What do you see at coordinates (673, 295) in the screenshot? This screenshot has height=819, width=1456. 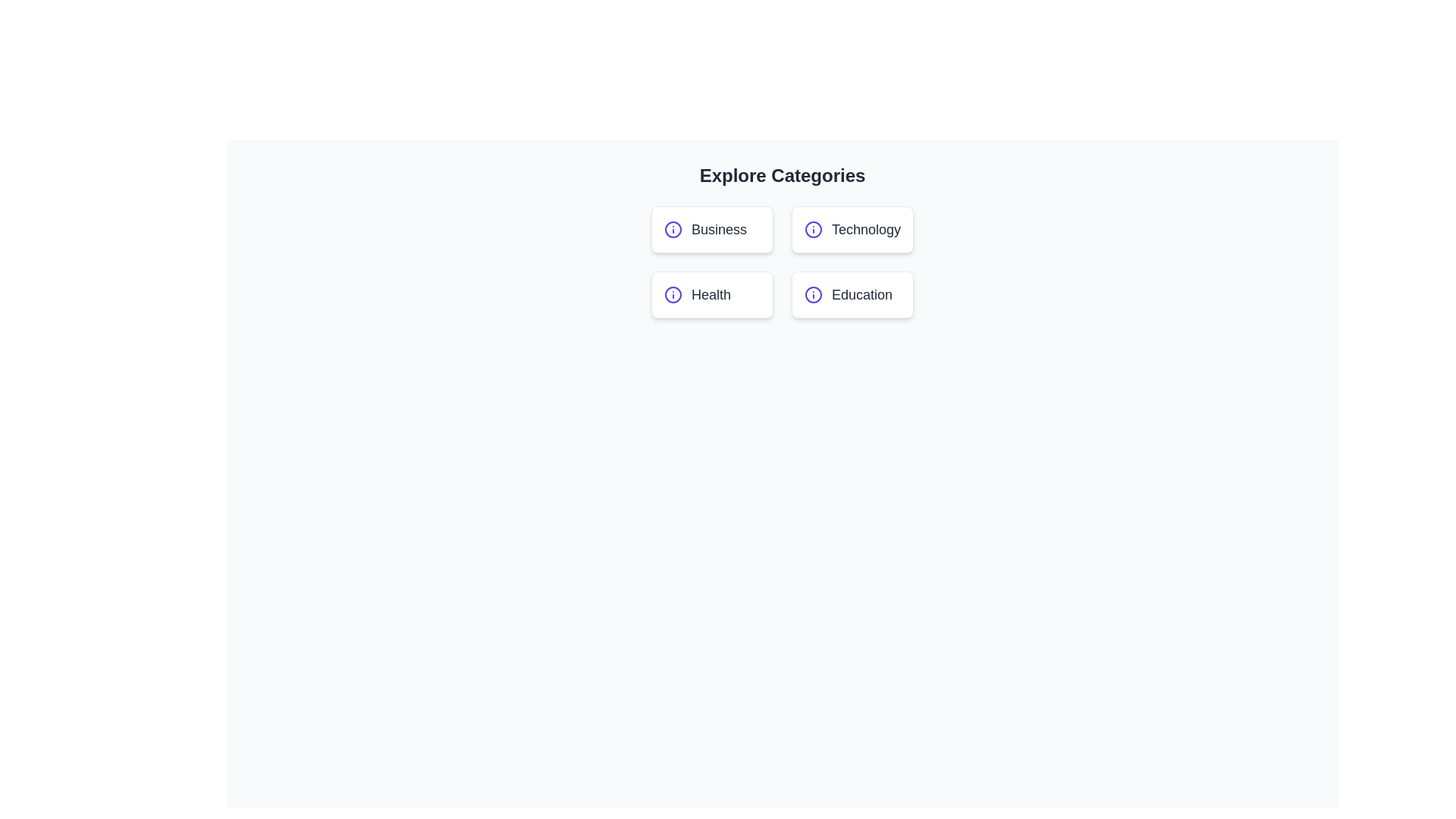 I see `the small circular blue outlined icon representing 'information' located to the left of the 'Health' text in the lower left quadrant of the grid layout` at bounding box center [673, 295].